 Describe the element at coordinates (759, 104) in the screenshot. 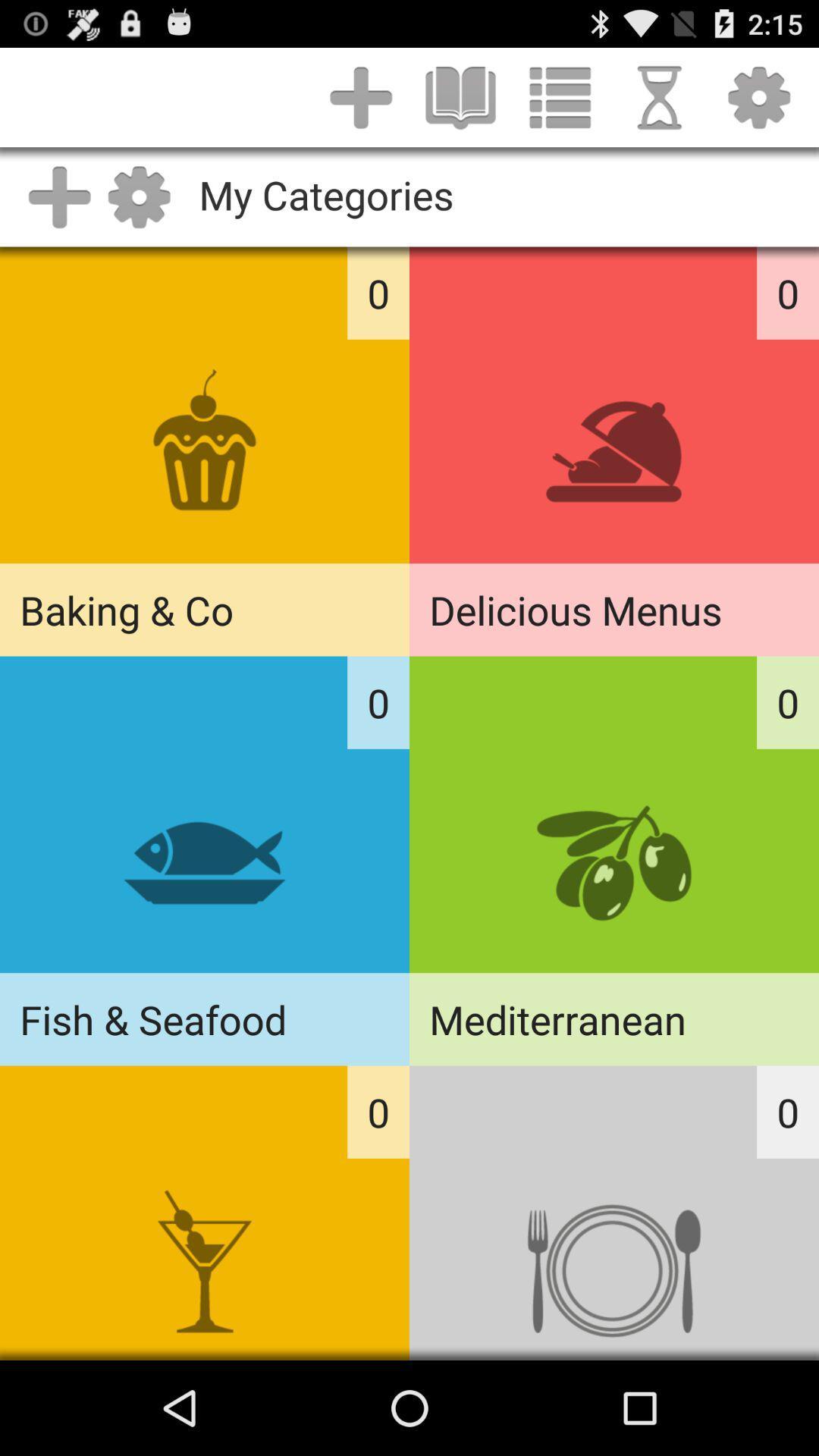

I see `the settings icon` at that location.